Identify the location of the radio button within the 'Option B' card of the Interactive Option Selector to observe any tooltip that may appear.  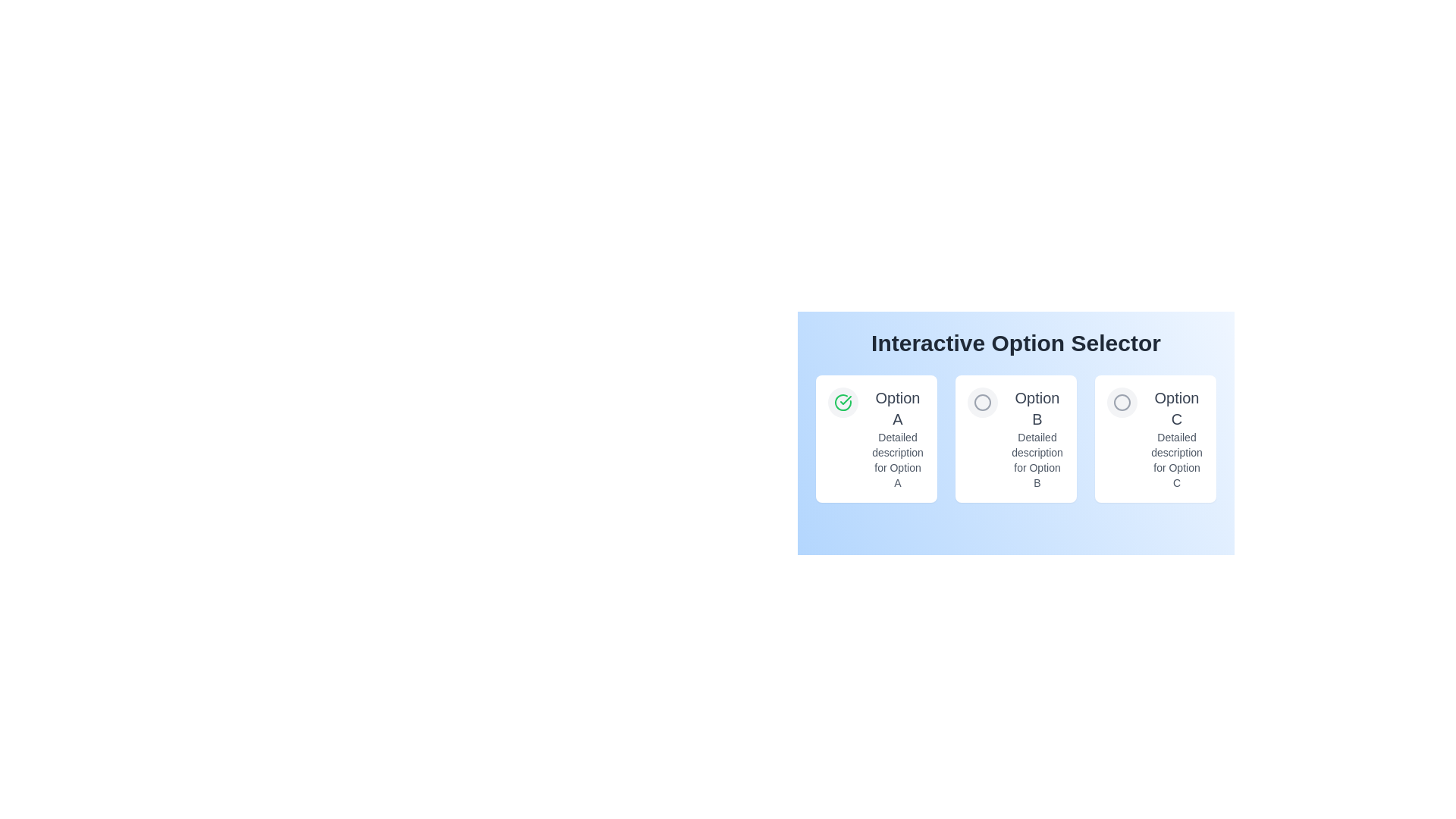
(983, 402).